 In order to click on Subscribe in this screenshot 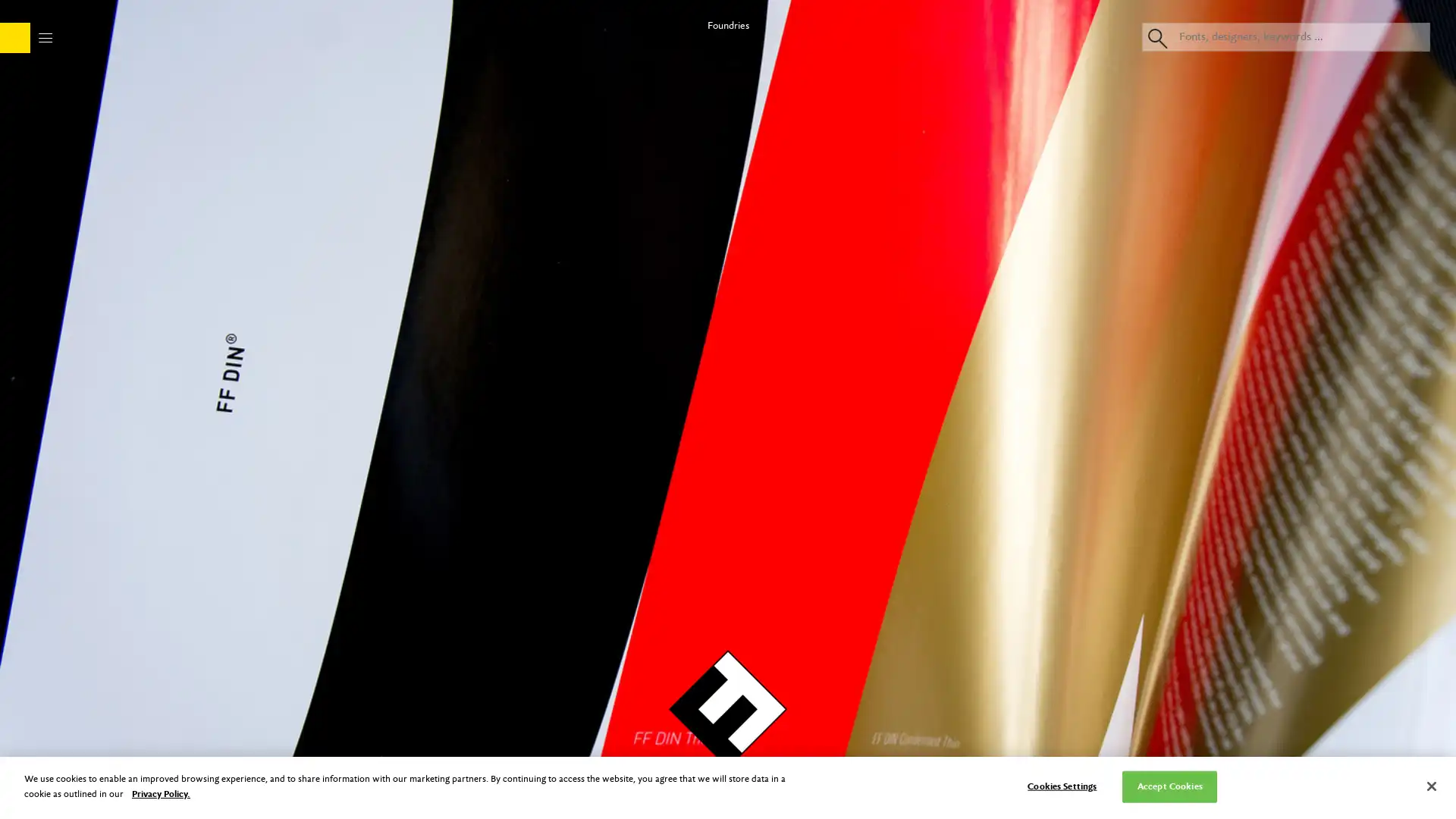, I will do `click(726, 409)`.